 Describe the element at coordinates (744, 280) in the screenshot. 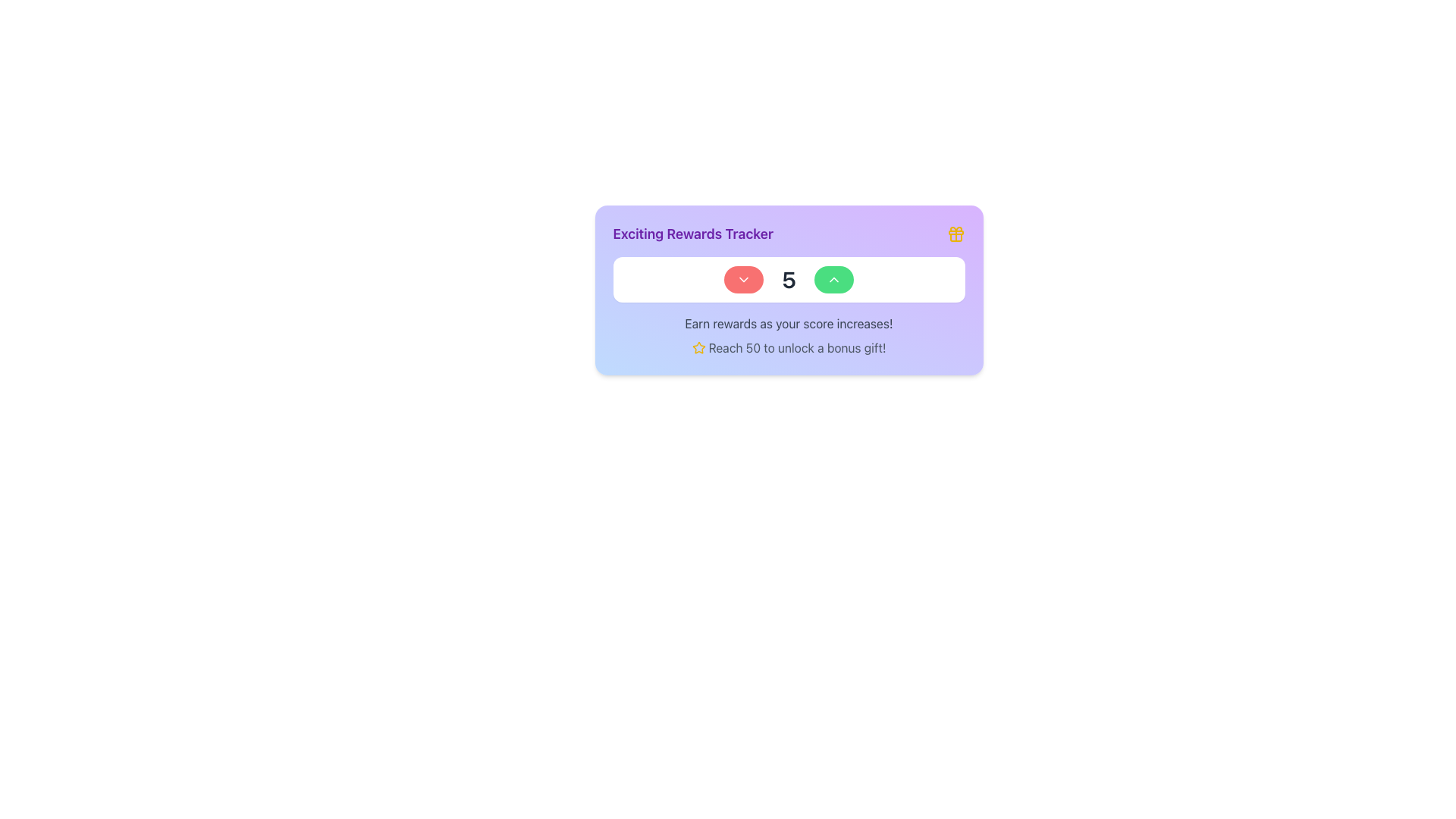

I see `the small down-chevron icon within the red circular button to decrease a value` at that location.